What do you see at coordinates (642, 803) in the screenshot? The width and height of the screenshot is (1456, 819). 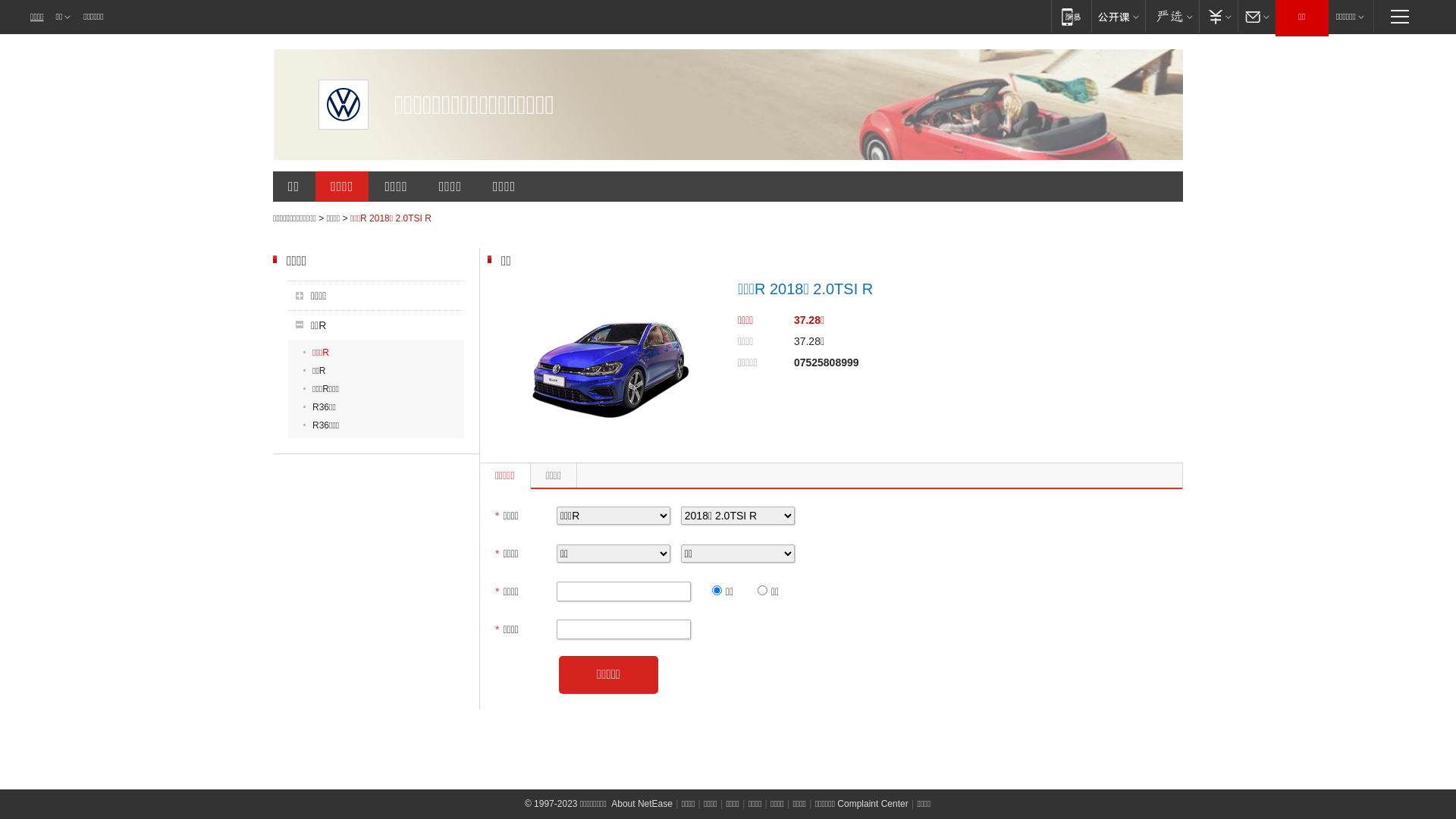 I see `'About NetEase'` at bounding box center [642, 803].